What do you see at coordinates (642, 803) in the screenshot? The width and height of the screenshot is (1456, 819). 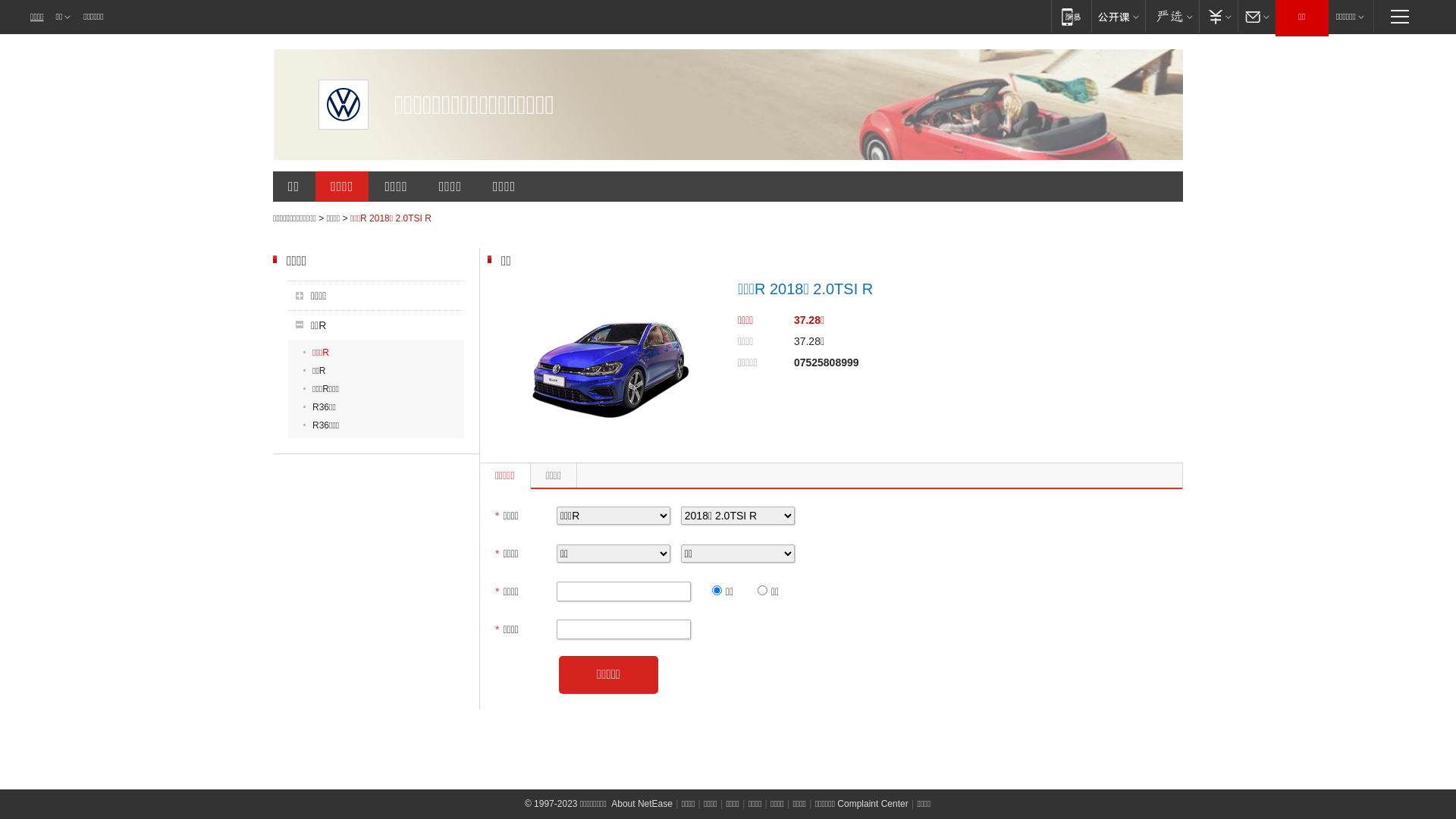 I see `'About NetEase'` at bounding box center [642, 803].